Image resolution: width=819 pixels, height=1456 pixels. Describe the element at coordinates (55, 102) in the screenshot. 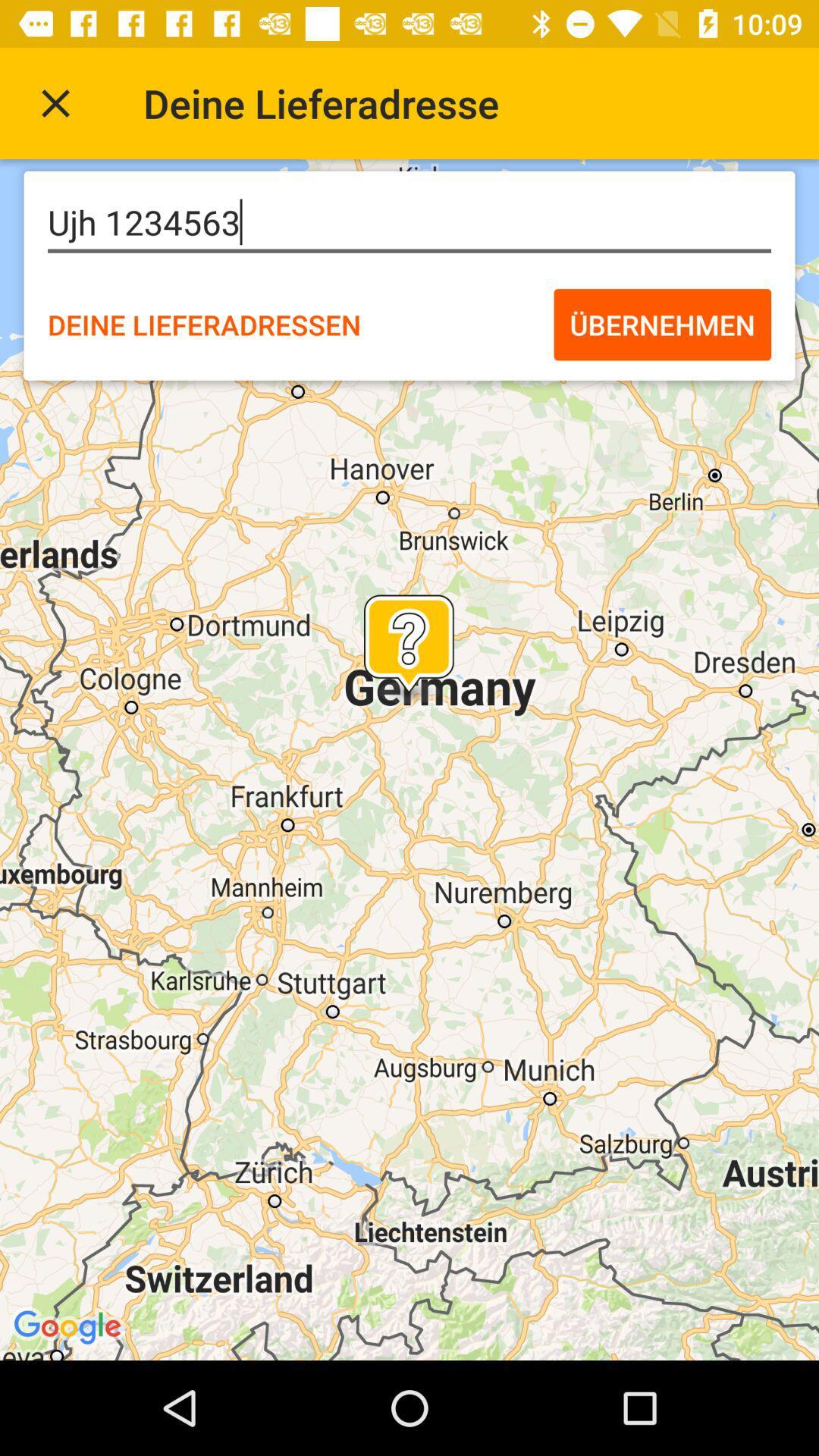

I see `exit page` at that location.